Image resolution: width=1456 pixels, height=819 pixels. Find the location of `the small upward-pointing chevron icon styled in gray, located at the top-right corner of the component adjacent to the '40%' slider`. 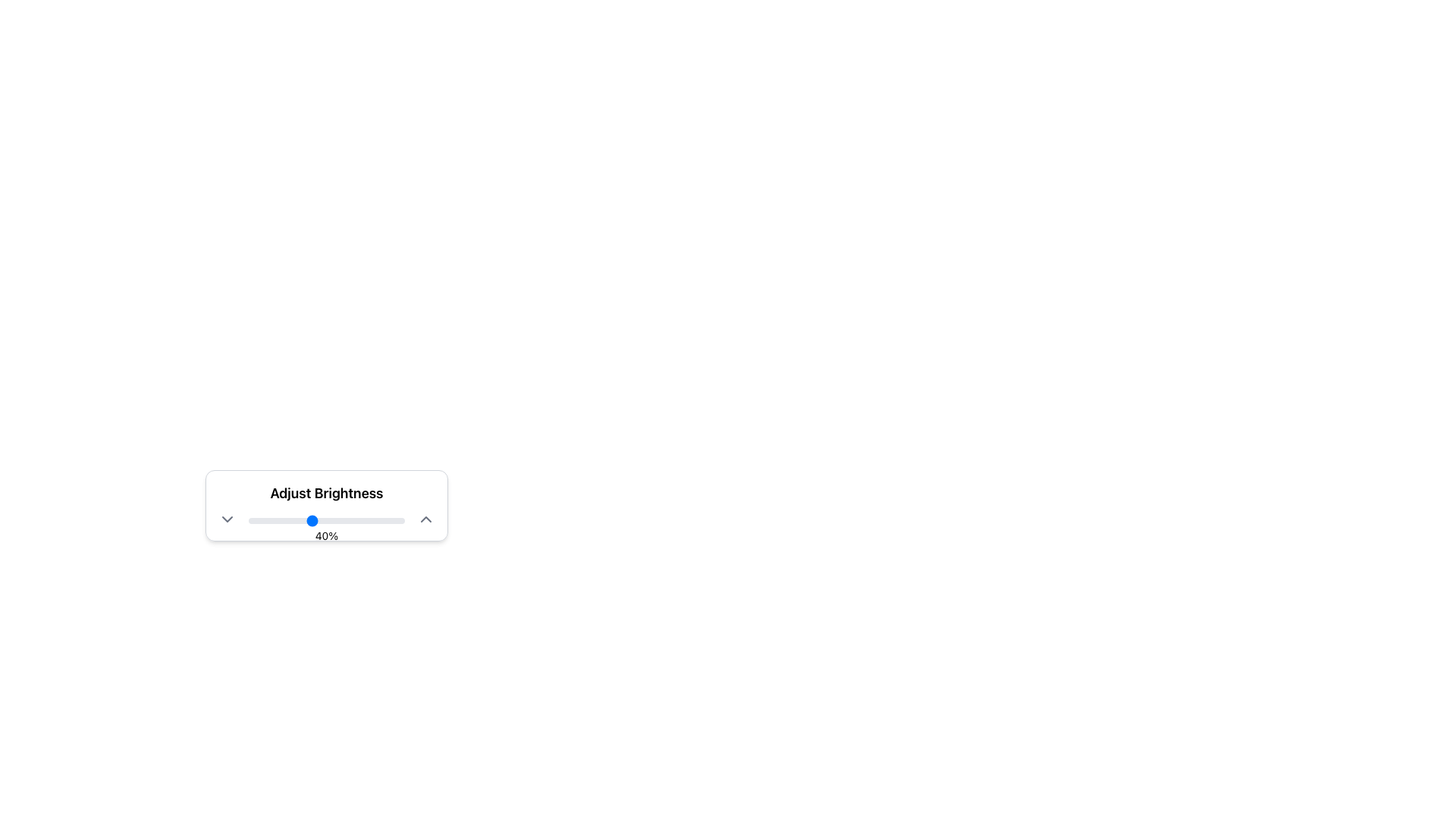

the small upward-pointing chevron icon styled in gray, located at the top-right corner of the component adjacent to the '40%' slider is located at coordinates (425, 519).